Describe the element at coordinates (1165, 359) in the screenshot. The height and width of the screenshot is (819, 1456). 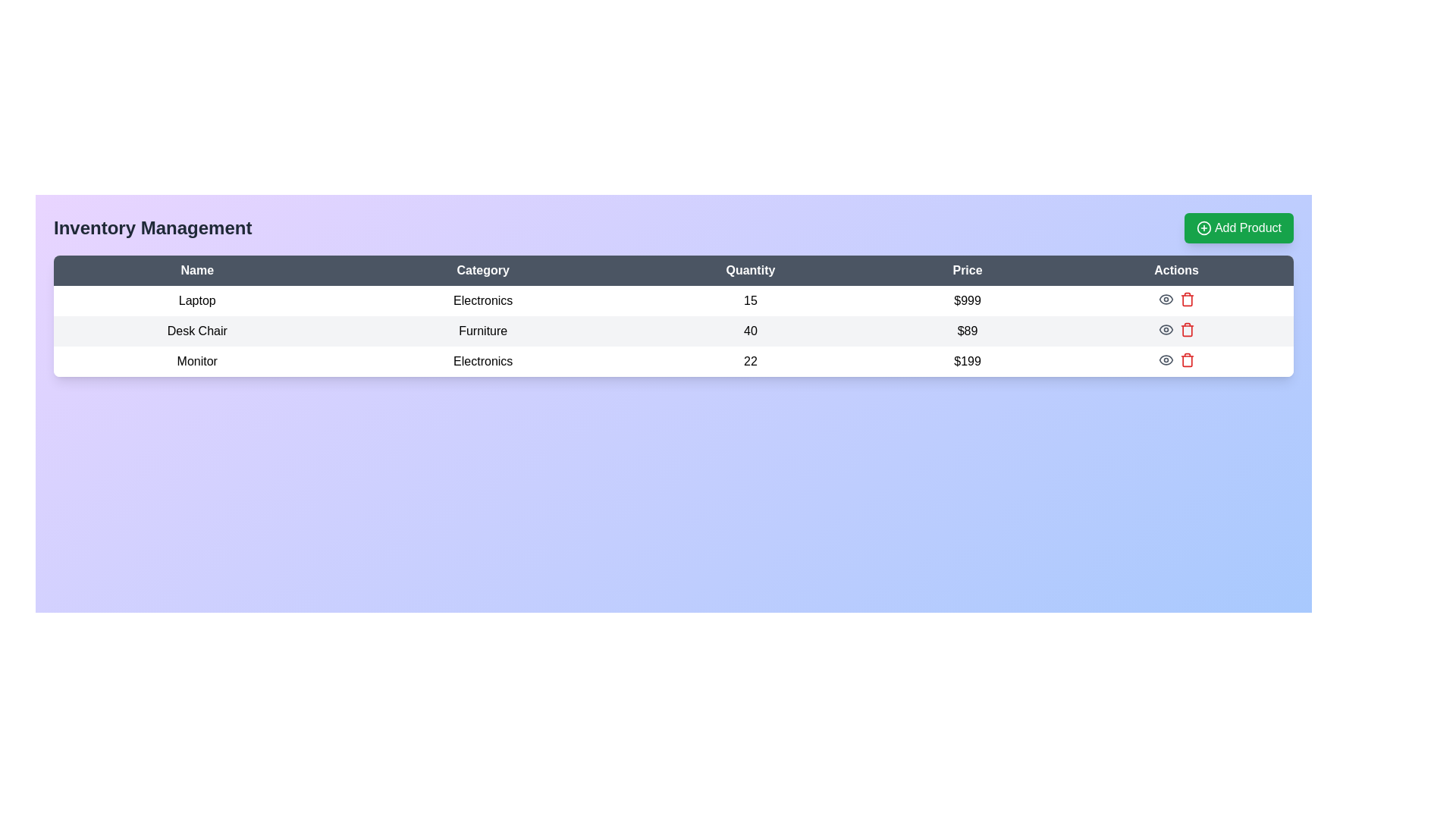
I see `the eye icon button located in the 'Actions' column of the third row ('Monitor') of the inventory management table` at that location.